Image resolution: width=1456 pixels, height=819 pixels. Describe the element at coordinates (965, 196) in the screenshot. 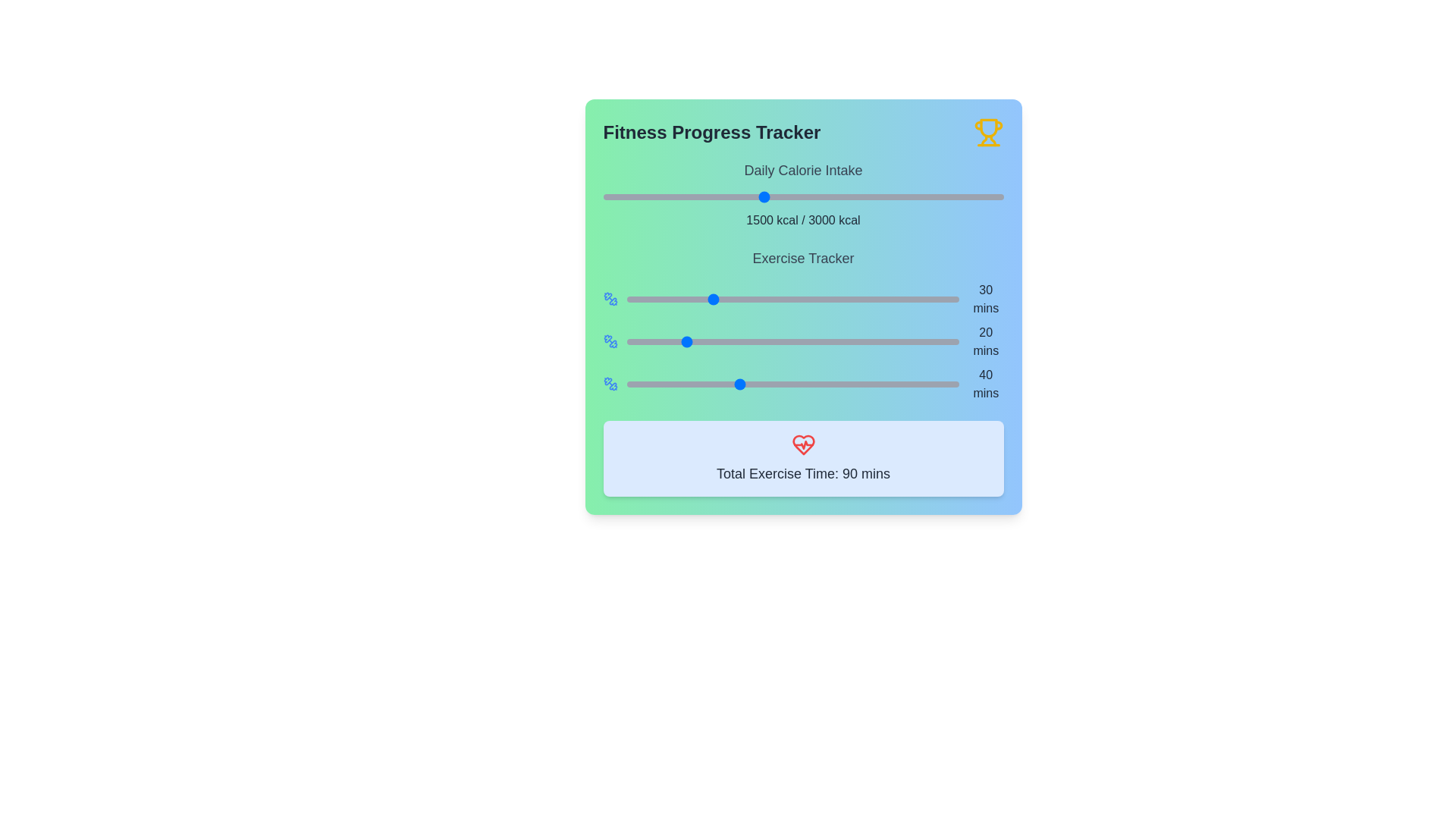

I see `daily calorie intake` at that location.